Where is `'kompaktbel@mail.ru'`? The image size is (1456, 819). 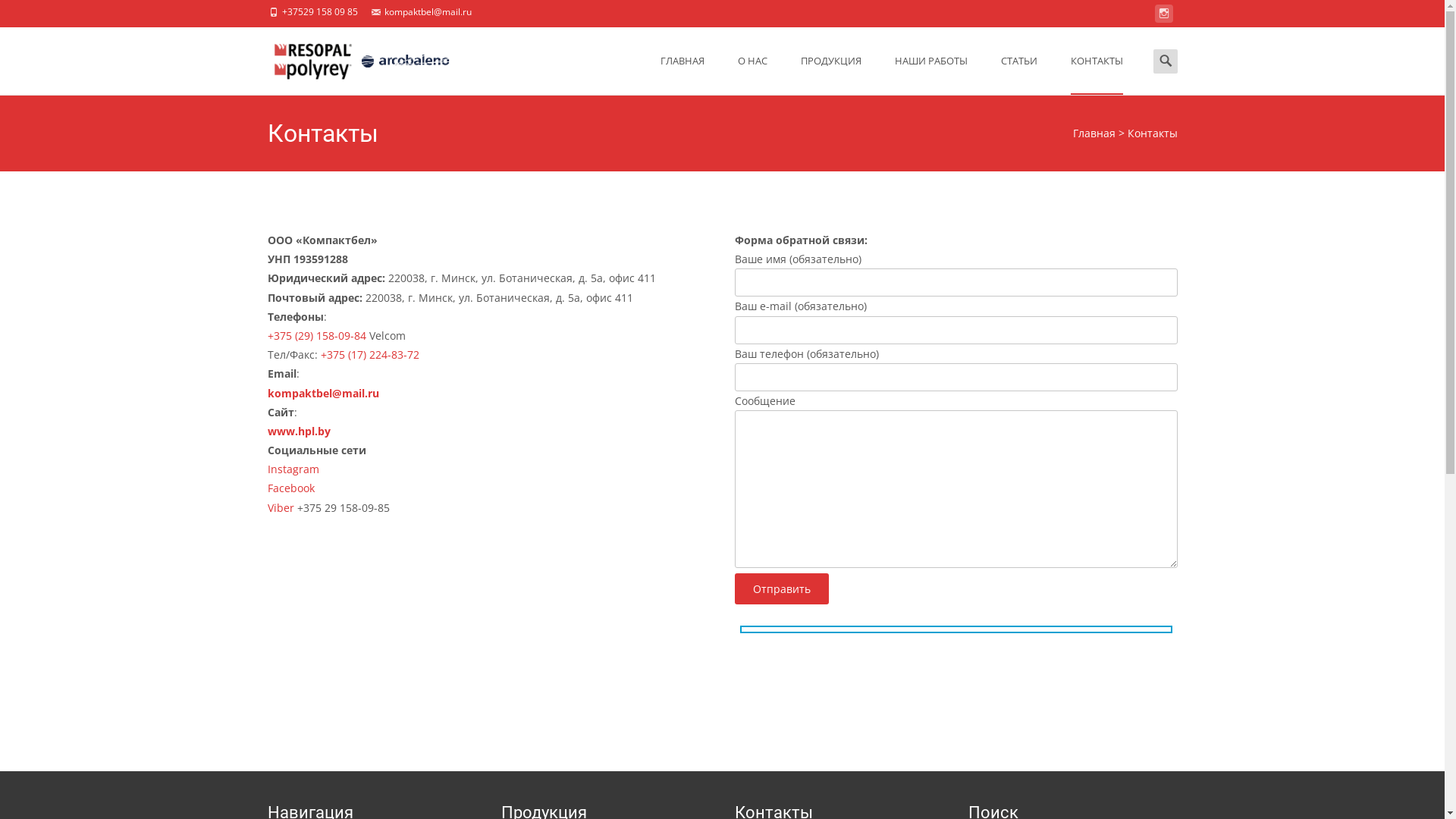
'kompaktbel@mail.ru' is located at coordinates (322, 391).